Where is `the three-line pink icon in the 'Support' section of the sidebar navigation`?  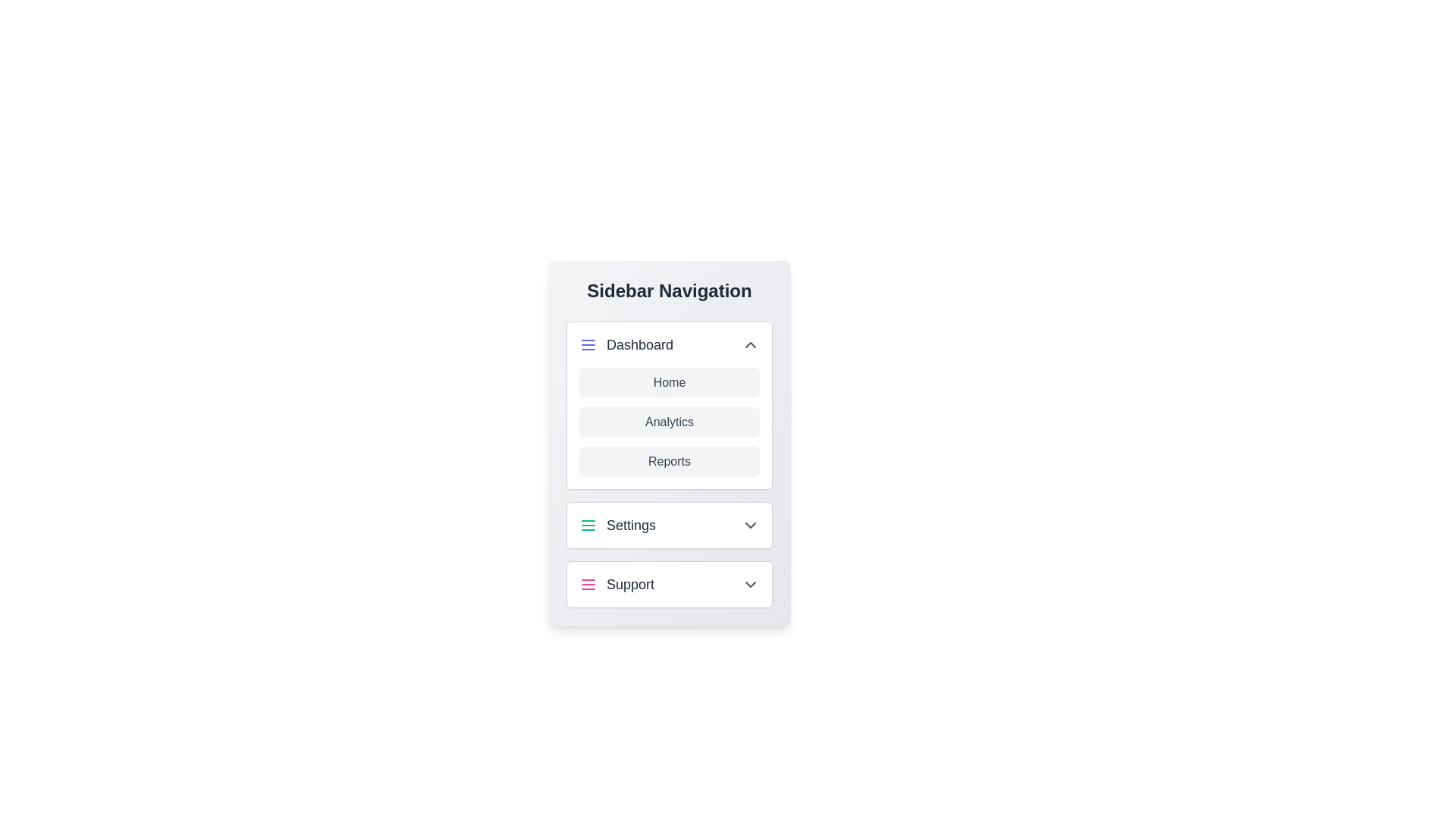
the three-line pink icon in the 'Support' section of the sidebar navigation is located at coordinates (588, 584).